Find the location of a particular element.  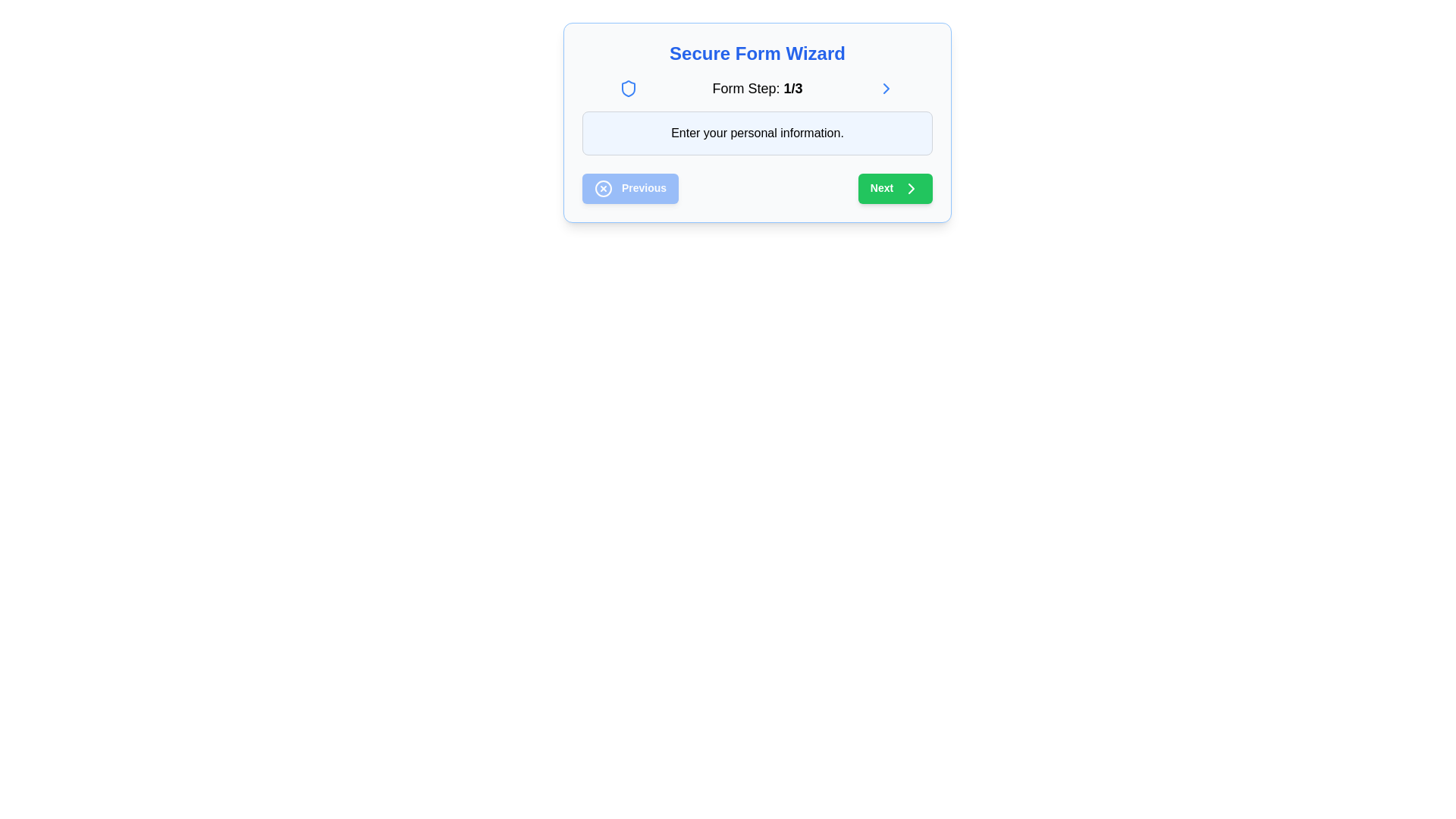

the centrally located Instructional Text Box that prompts the user to input their personal information, positioned below the 'Form Step: 1/3' section and above the 'Previous' and 'Next' navigation buttons is located at coordinates (757, 122).